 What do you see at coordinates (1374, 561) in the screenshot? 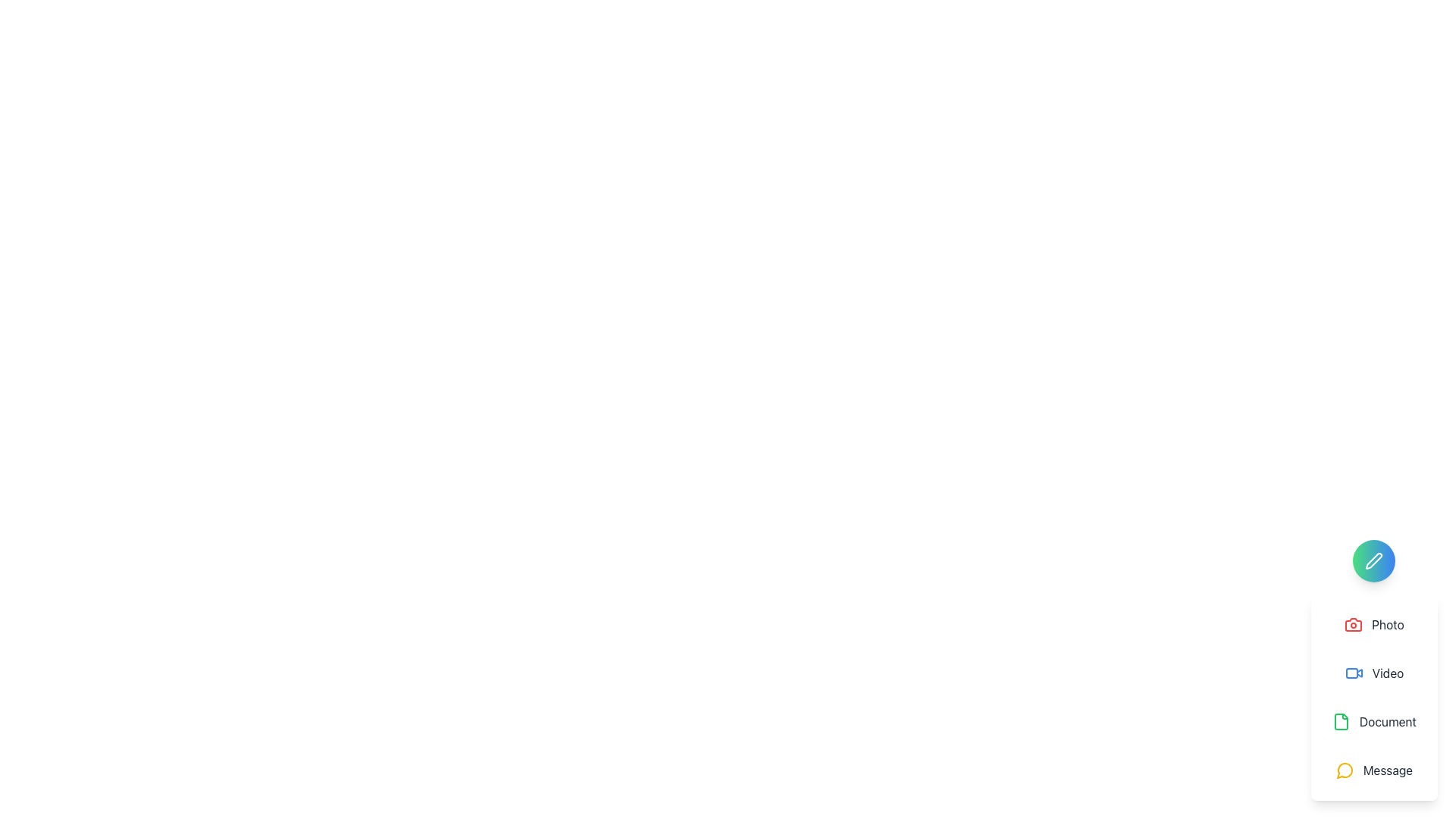
I see `the topmost button with a pen icon located at the bottom-right corner of the interface` at bounding box center [1374, 561].